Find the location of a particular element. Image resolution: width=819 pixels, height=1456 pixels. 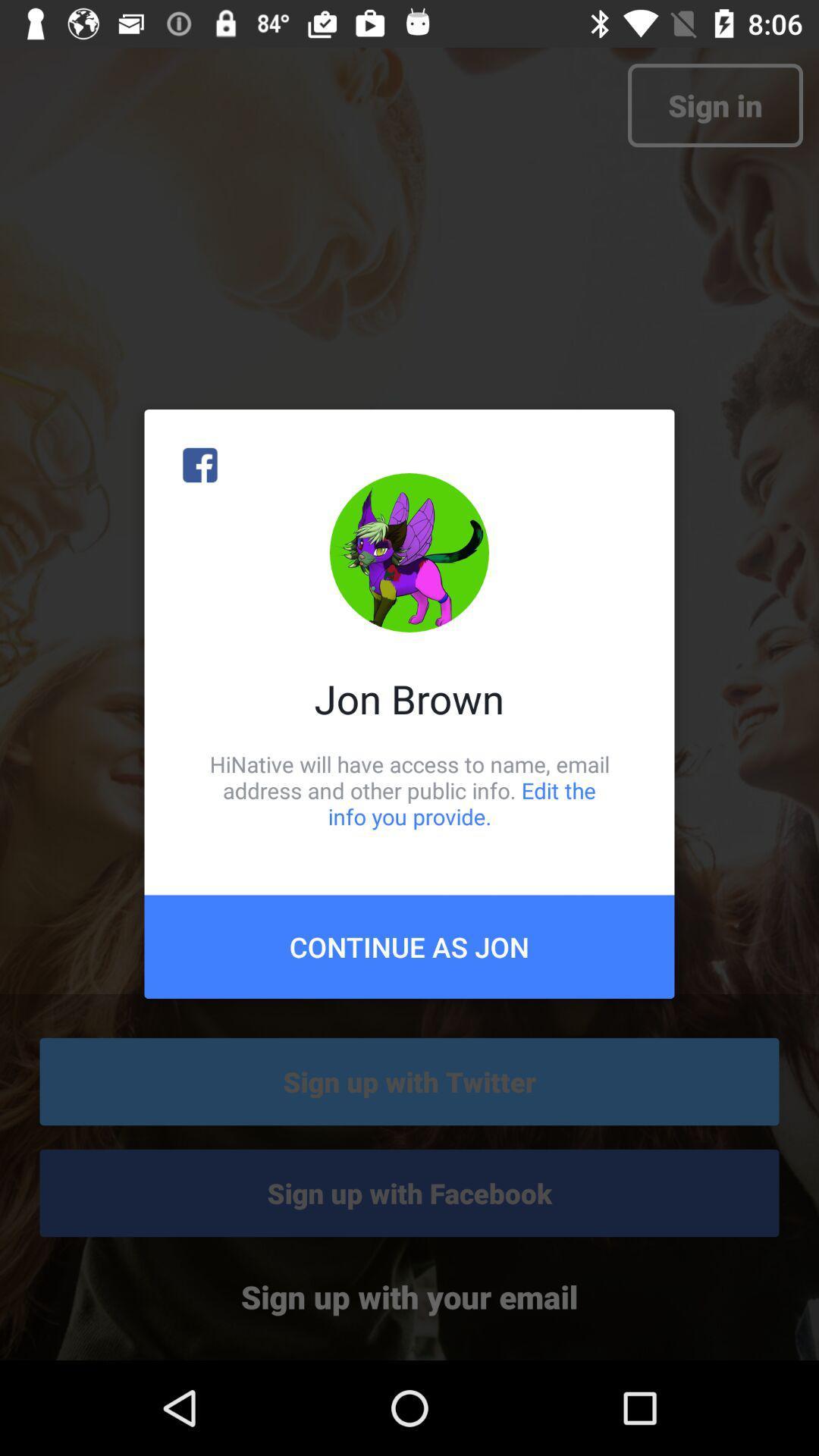

continue as jon icon is located at coordinates (409, 946).